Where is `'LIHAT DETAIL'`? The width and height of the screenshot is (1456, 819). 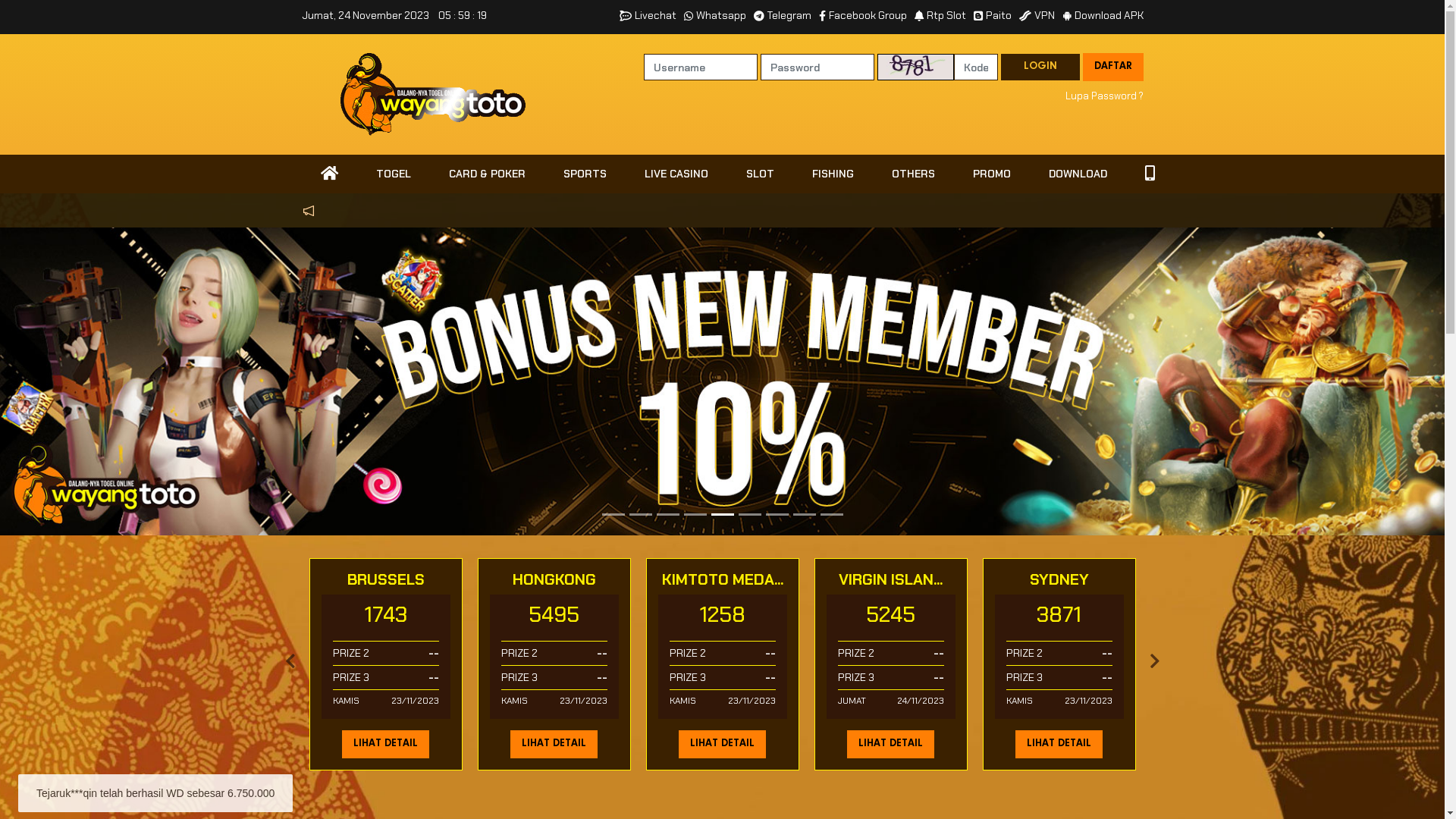 'LIHAT DETAIL' is located at coordinates (1058, 743).